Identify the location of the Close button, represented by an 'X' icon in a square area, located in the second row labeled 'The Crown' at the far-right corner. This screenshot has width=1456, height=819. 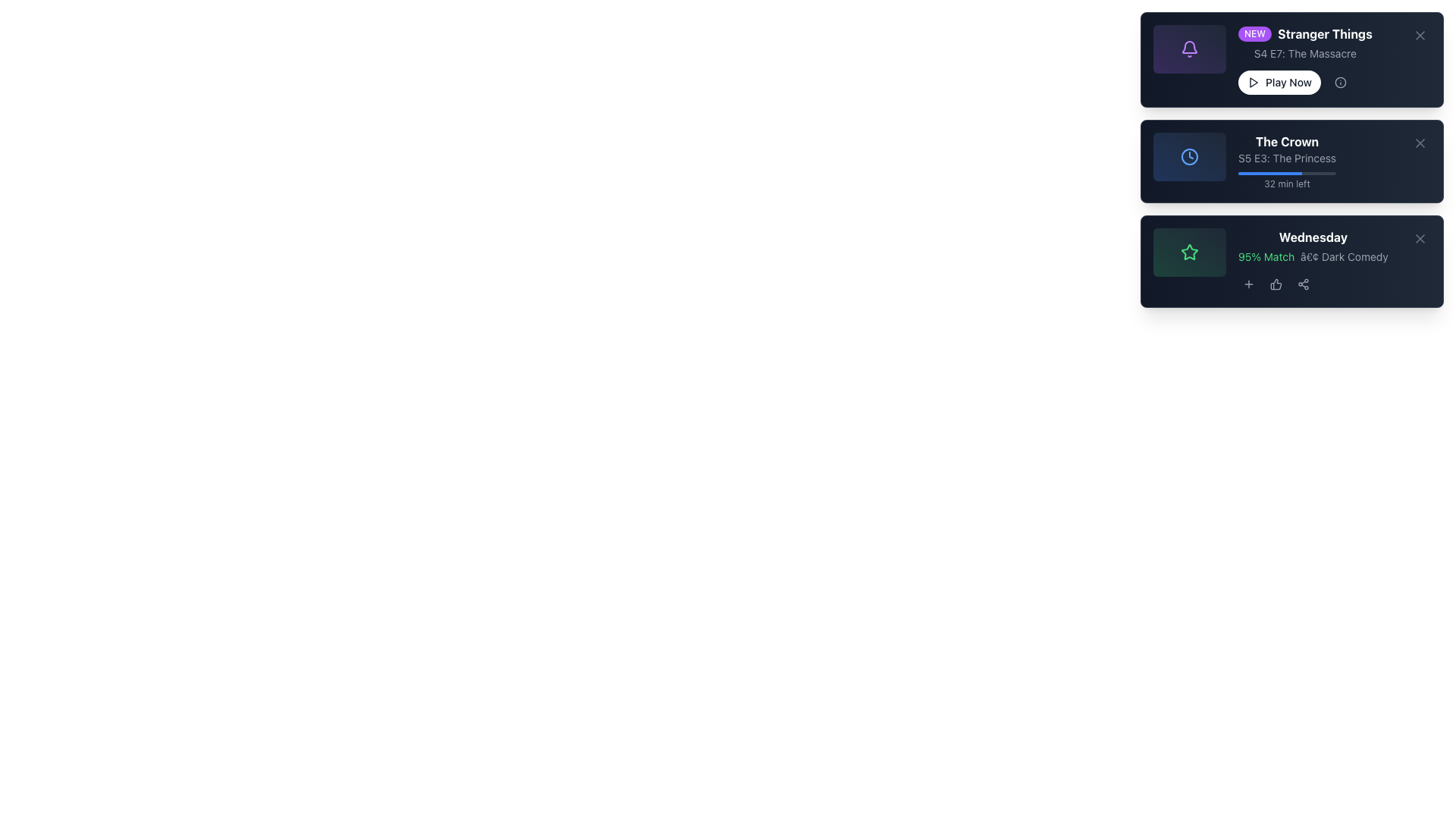
(1419, 143).